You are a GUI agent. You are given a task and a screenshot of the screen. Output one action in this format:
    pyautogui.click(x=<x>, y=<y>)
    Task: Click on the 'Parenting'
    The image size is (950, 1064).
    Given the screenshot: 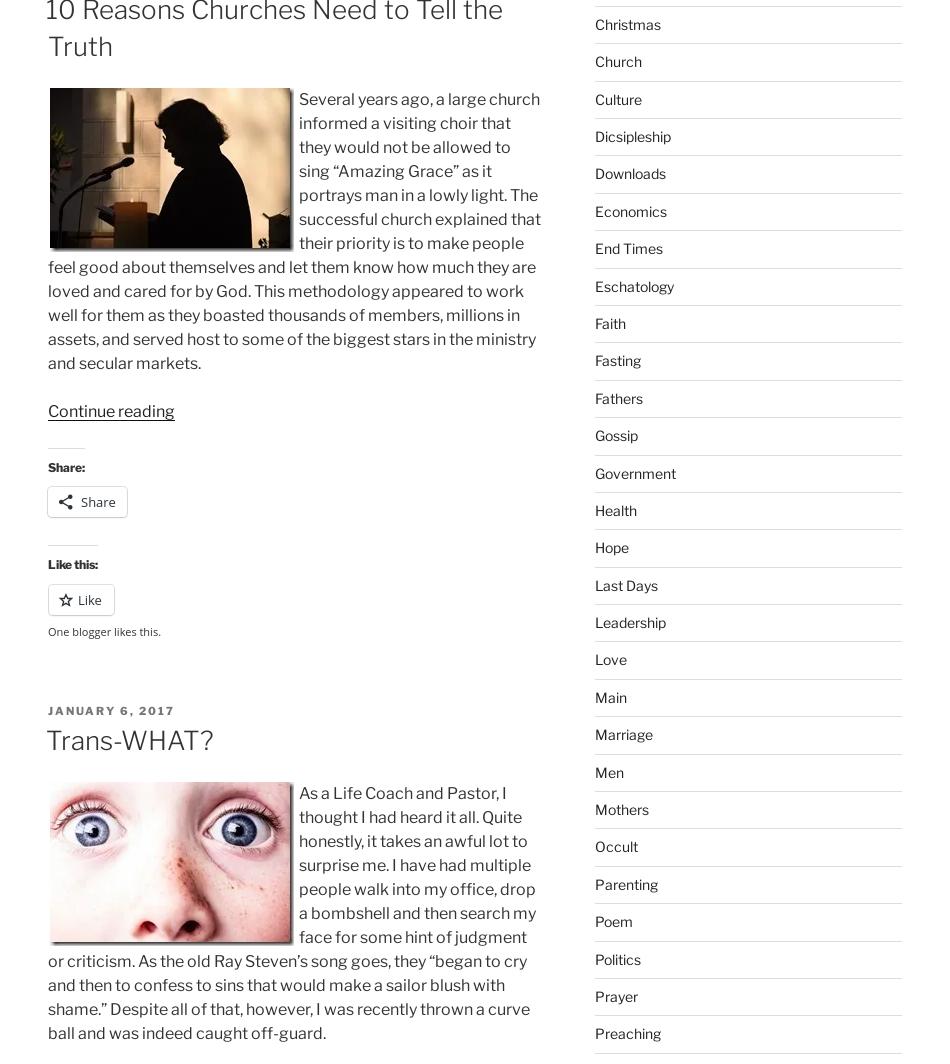 What is the action you would take?
    pyautogui.click(x=625, y=883)
    